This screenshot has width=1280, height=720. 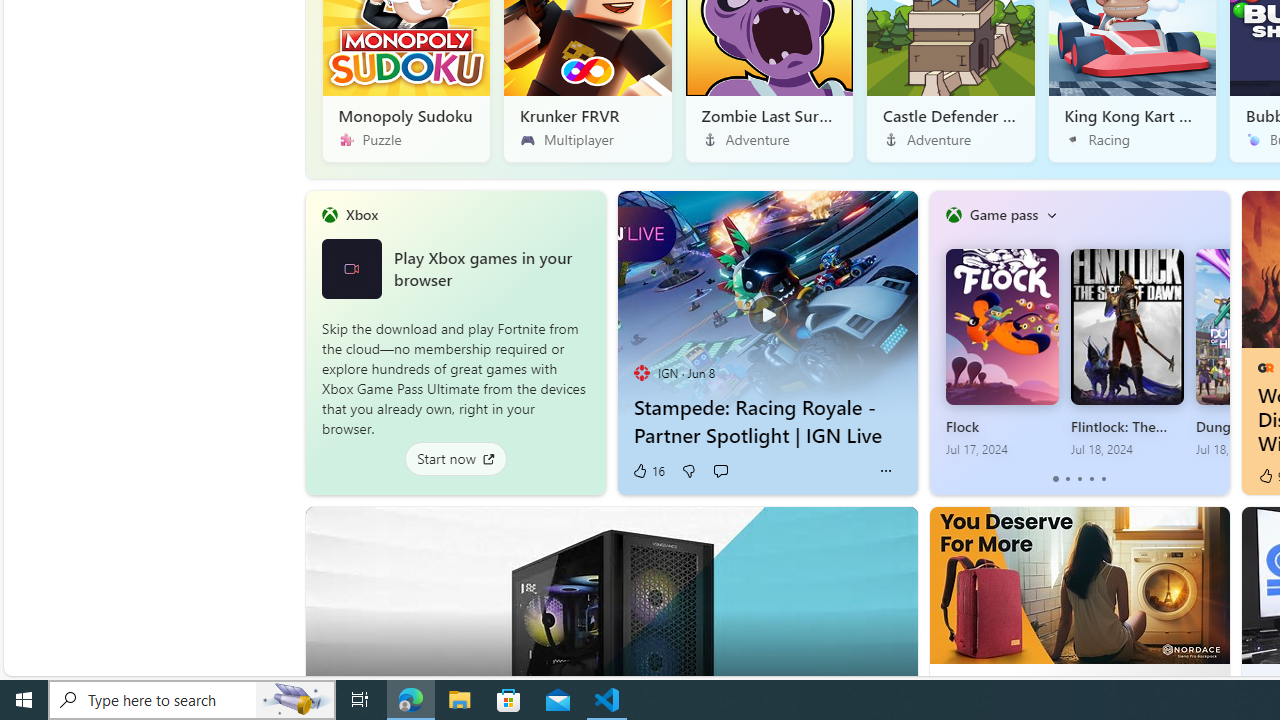 I want to click on 'Start now', so click(x=454, y=458).